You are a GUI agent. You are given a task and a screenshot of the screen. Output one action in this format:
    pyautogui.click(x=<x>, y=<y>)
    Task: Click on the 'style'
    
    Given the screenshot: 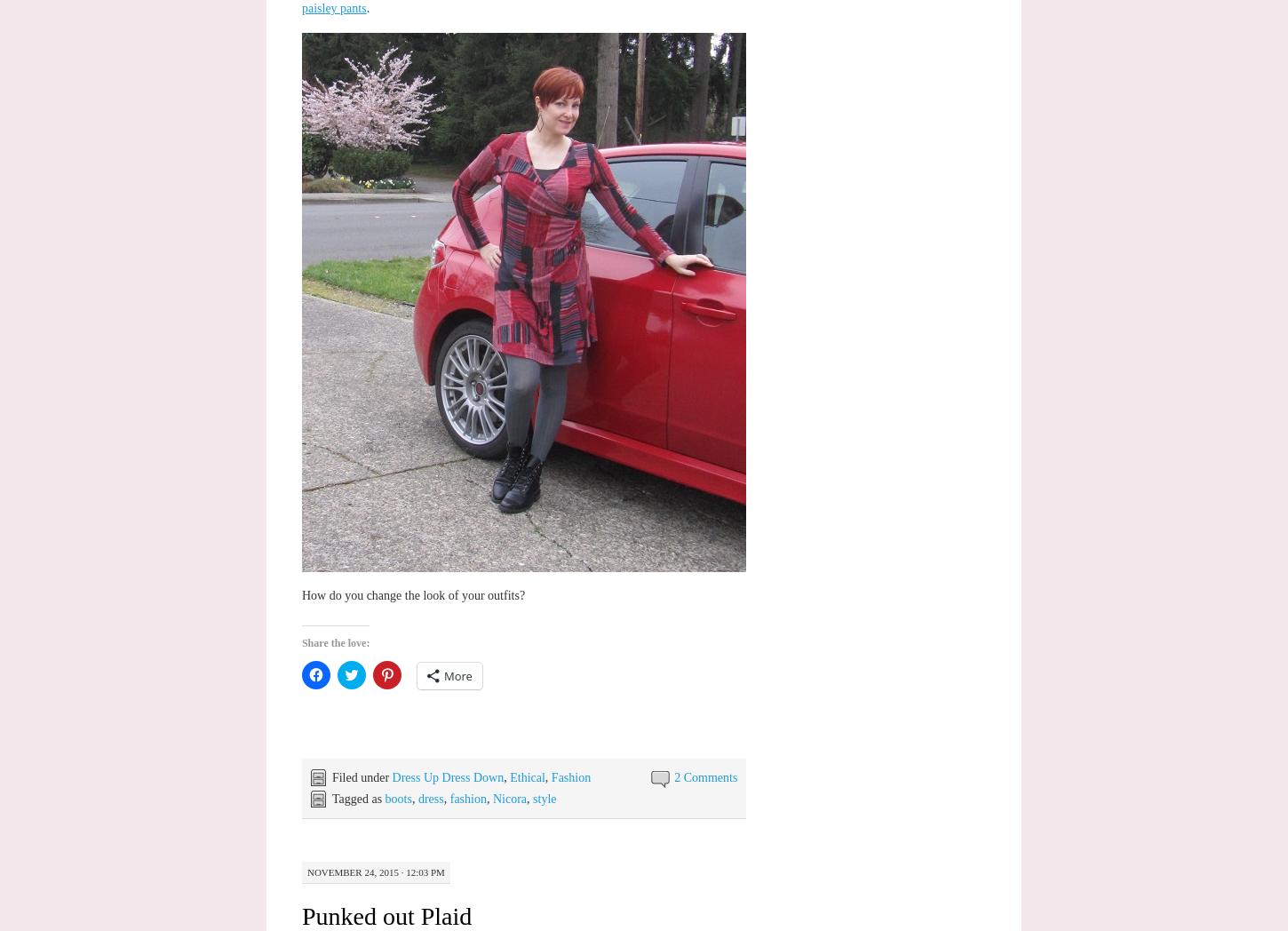 What is the action you would take?
    pyautogui.click(x=544, y=797)
    